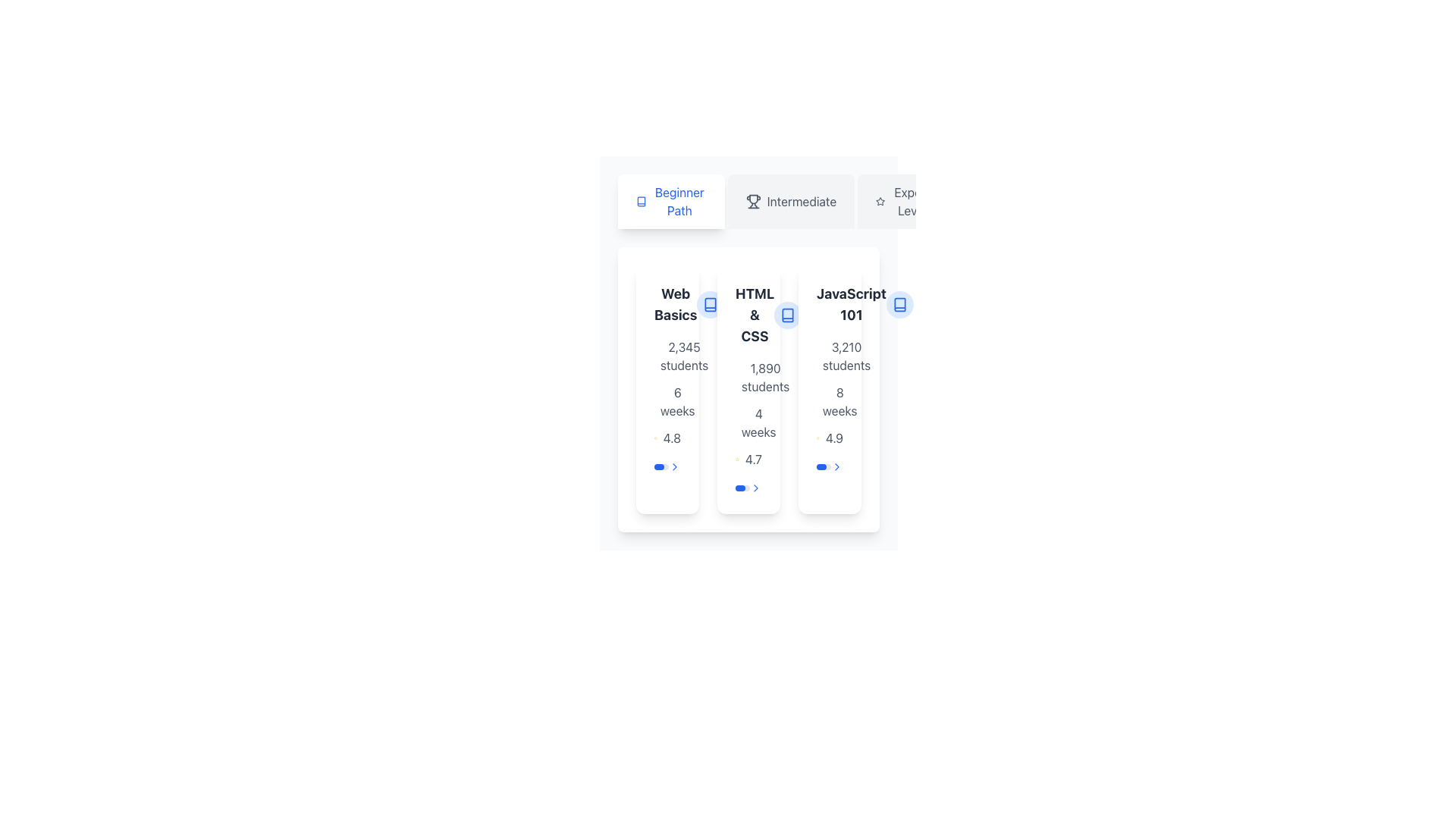  I want to click on the content of the Rating display element located below the '4 weeks' text and above the toggle switch in the central card of a three-card layout, so click(748, 458).